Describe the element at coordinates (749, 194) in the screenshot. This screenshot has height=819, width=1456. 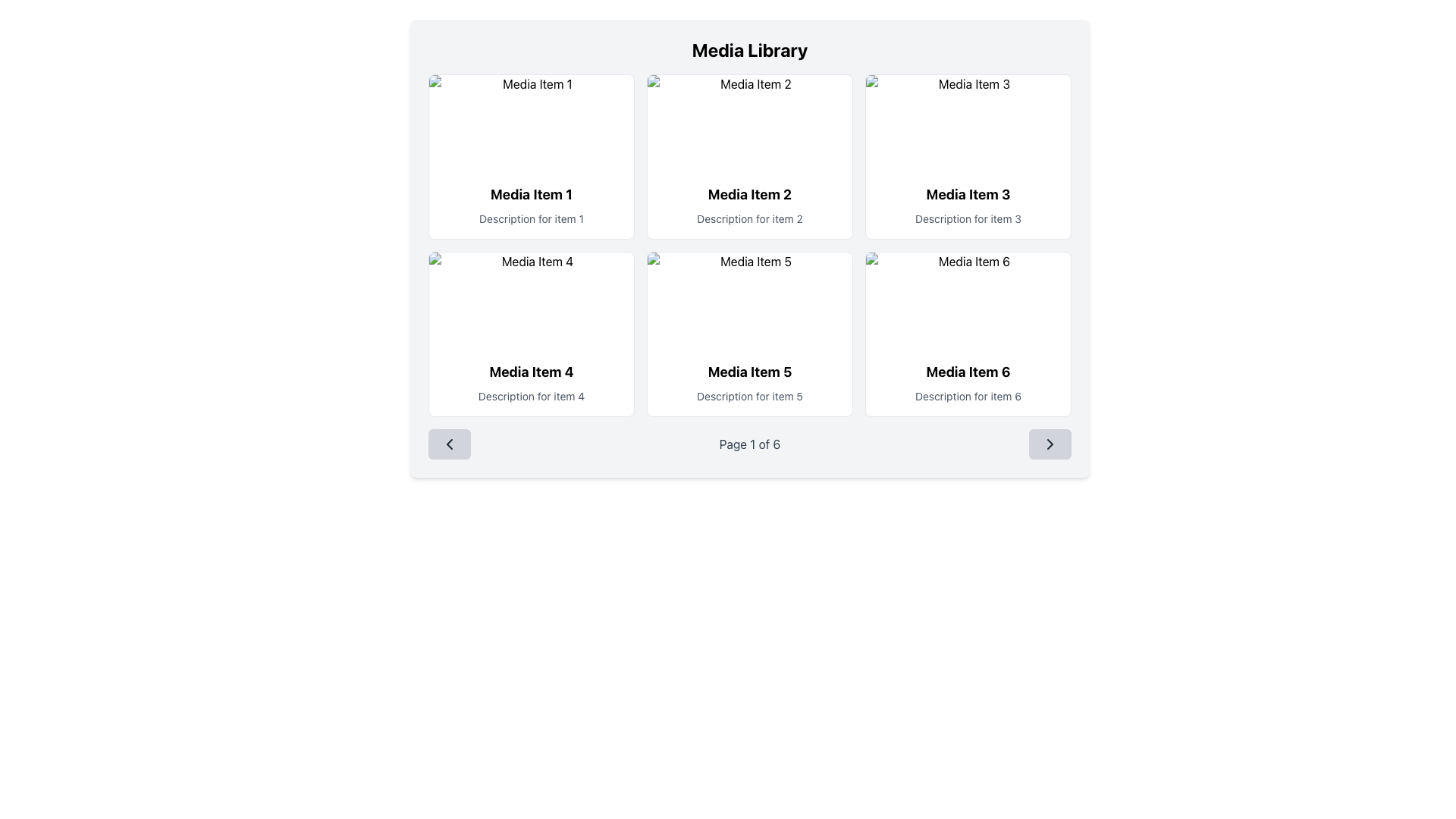
I see `text header located in the central column of the top row within a 3x2 grid, which serves as the title for the media card associated with 'Description for item 2'` at that location.